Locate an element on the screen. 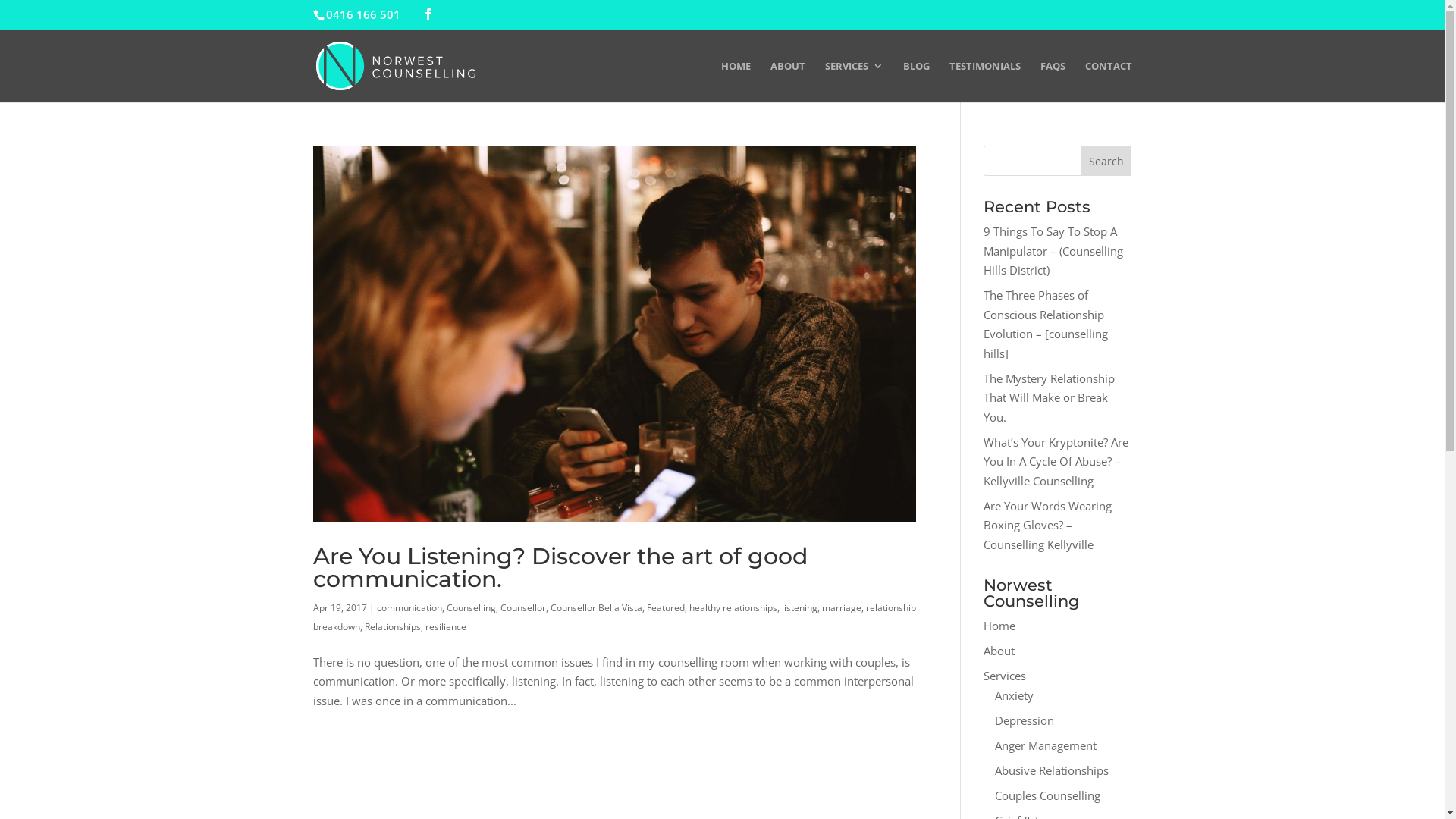 Image resolution: width=1456 pixels, height=819 pixels. 'SERVICES' is located at coordinates (854, 81).